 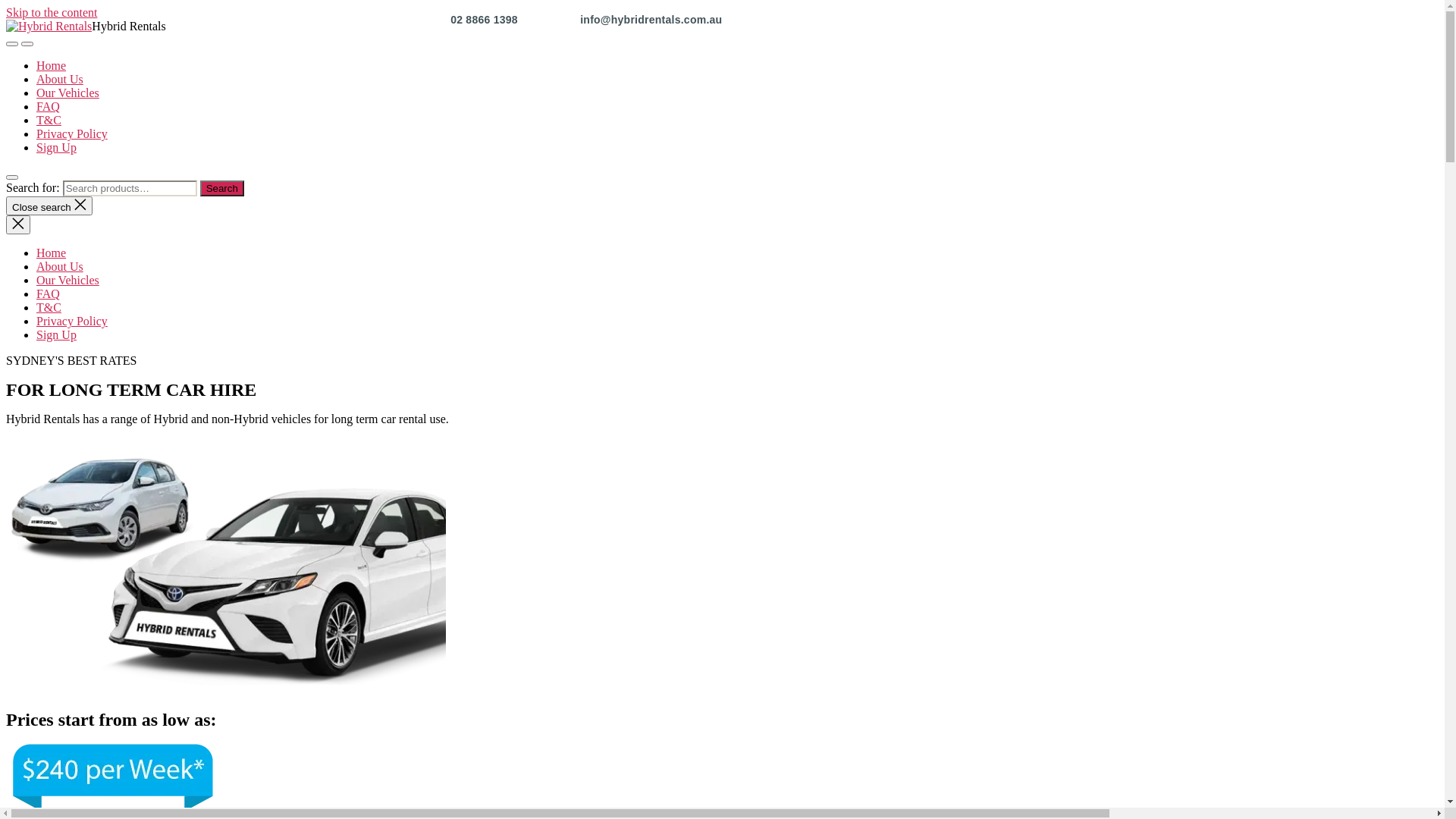 I want to click on 'Privacy Policy', so click(x=71, y=320).